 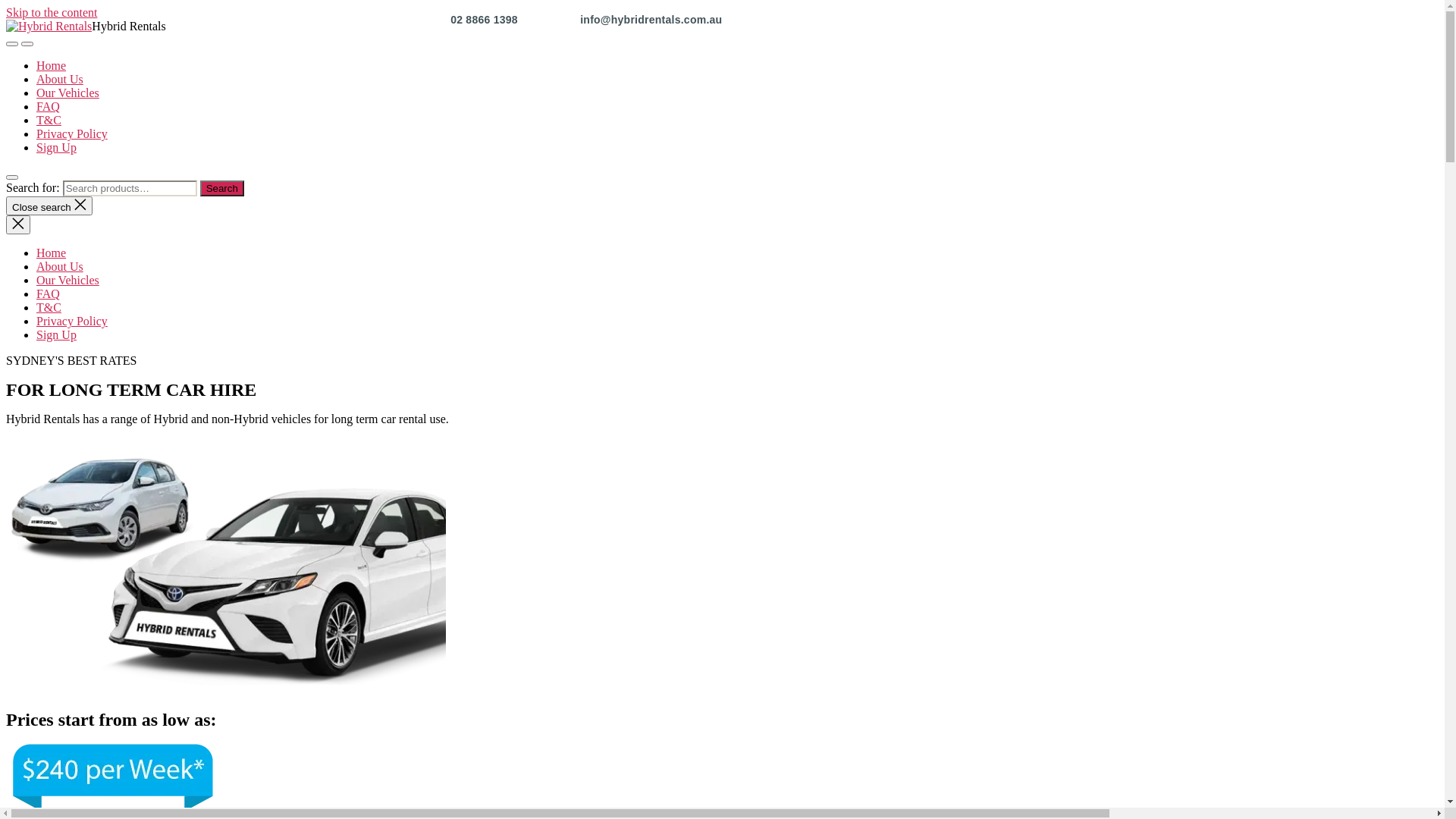 I want to click on 'Privacy Policy', so click(x=71, y=320).